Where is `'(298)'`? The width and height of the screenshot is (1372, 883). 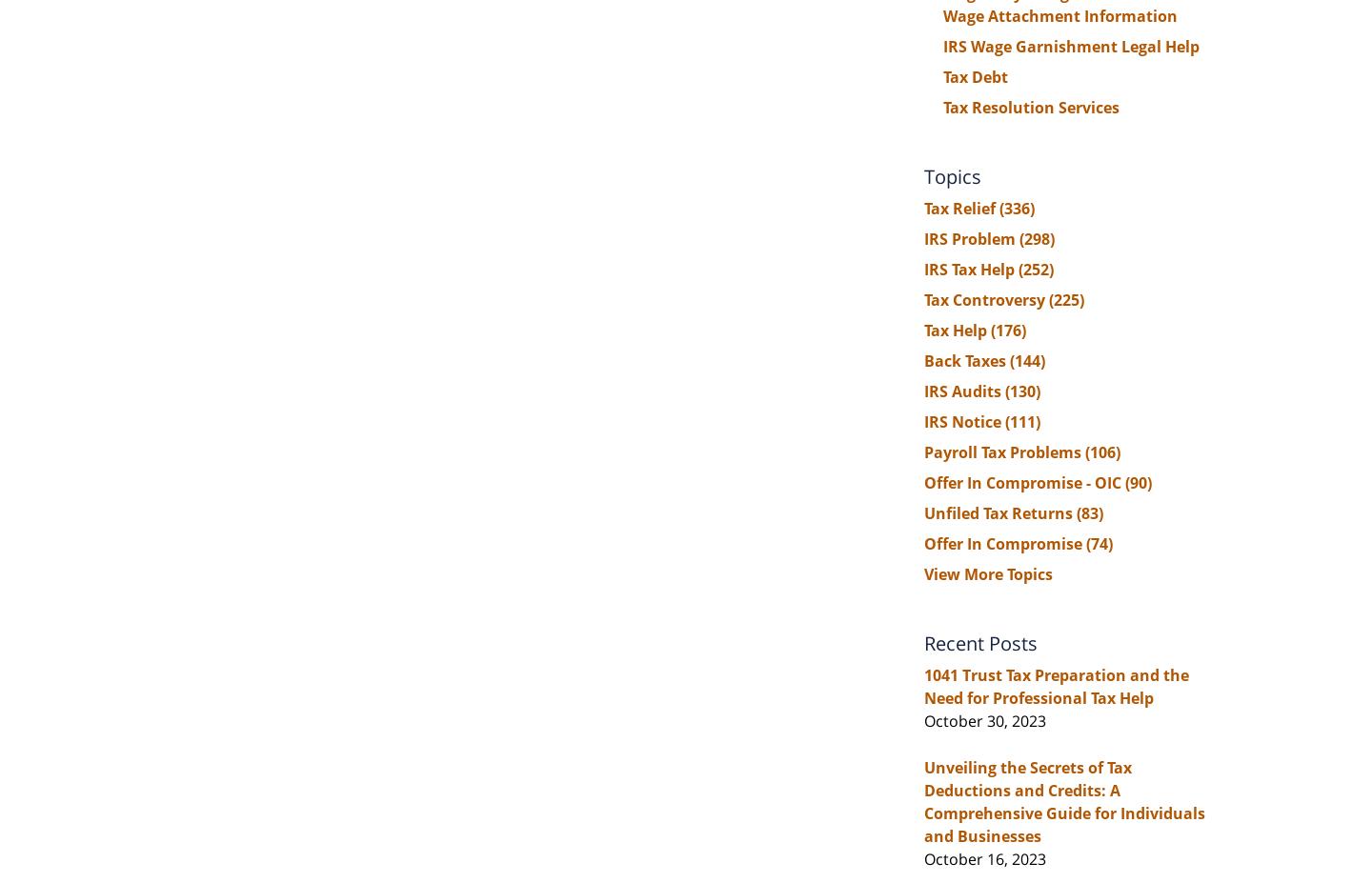
'(298)' is located at coordinates (1036, 238).